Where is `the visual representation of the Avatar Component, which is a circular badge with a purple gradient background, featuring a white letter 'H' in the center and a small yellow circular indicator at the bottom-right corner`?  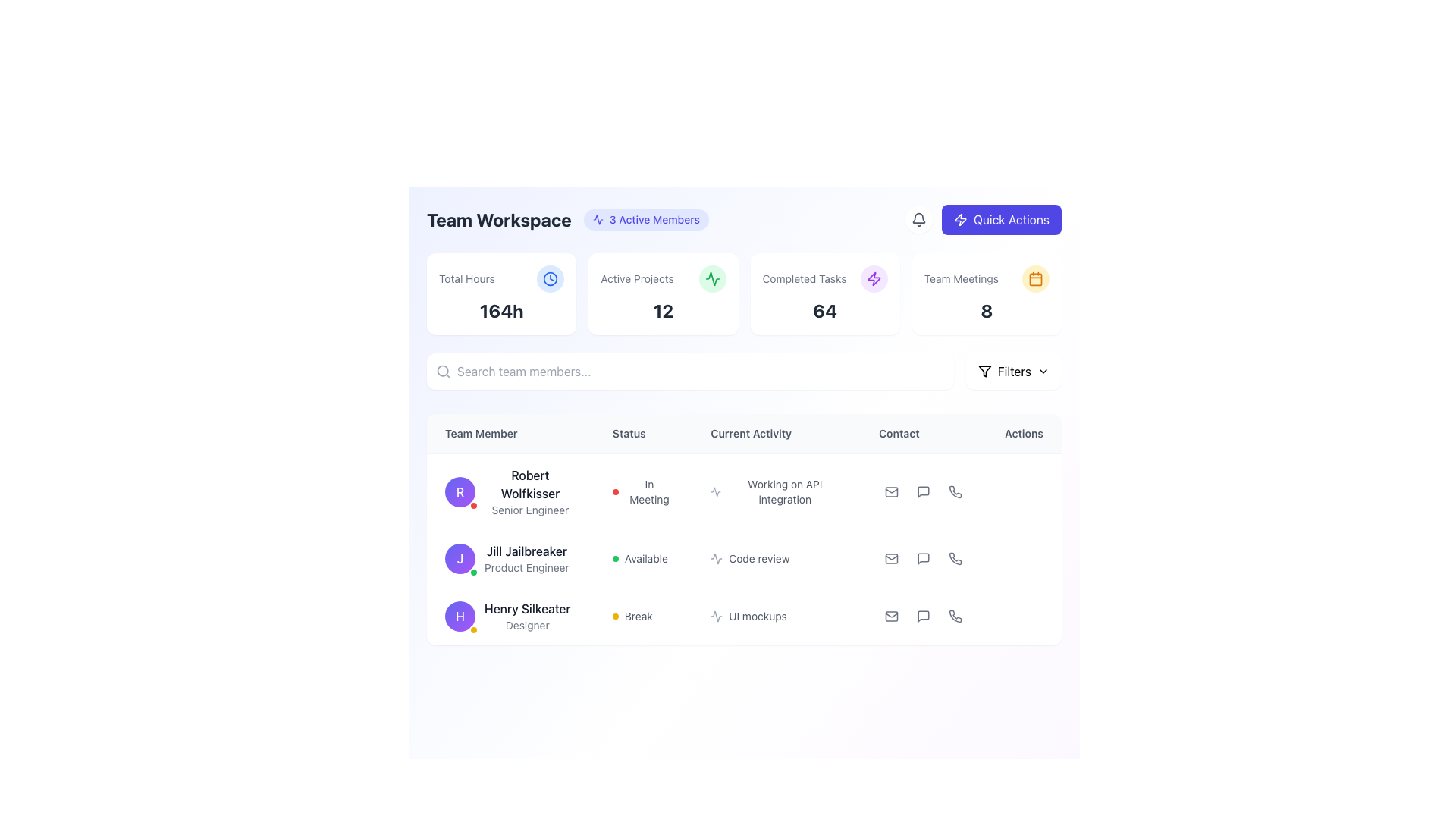
the visual representation of the Avatar Component, which is a circular badge with a purple gradient background, featuring a white letter 'H' in the center and a small yellow circular indicator at the bottom-right corner is located at coordinates (459, 617).